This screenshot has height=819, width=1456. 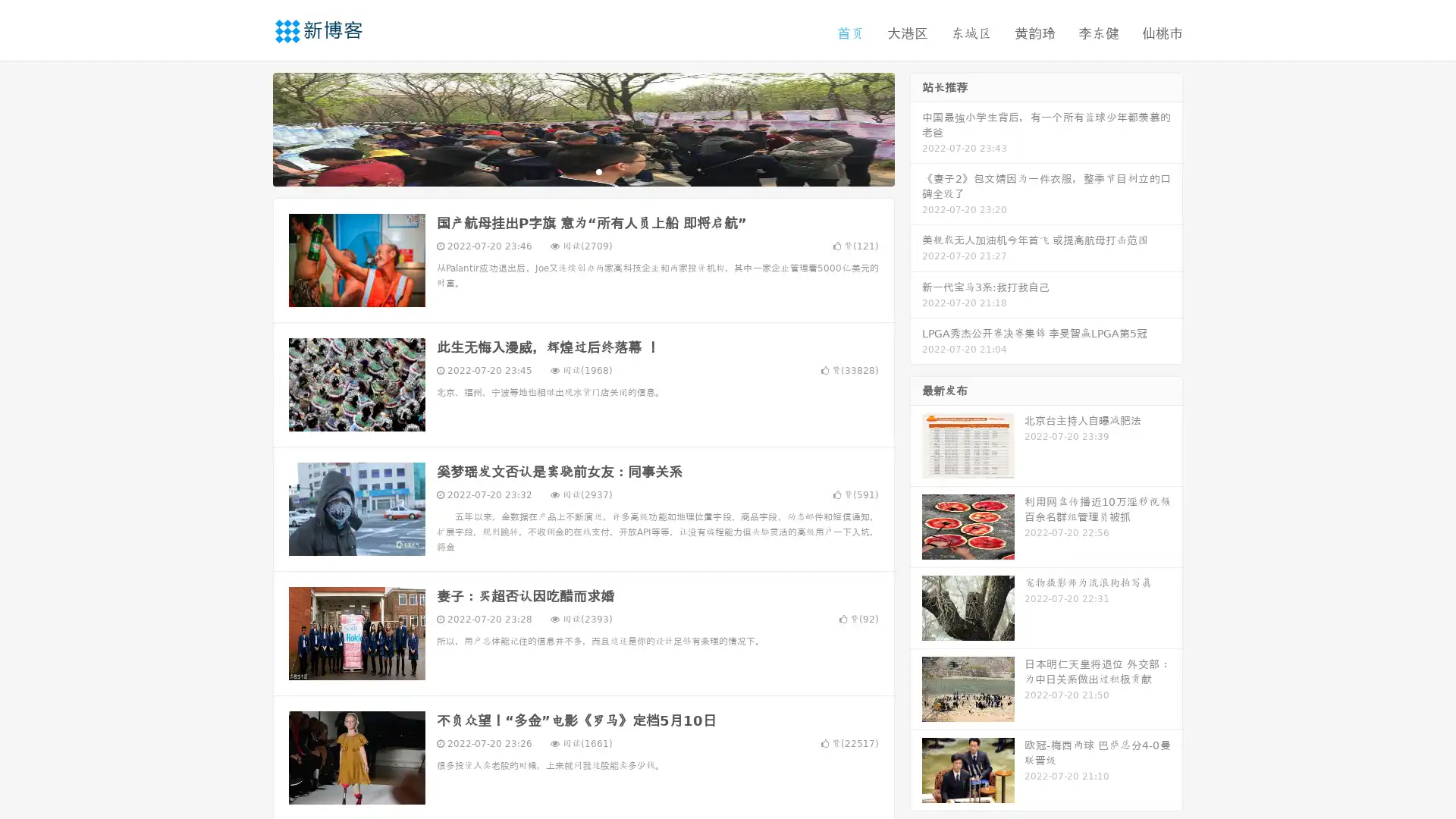 I want to click on Go to slide 1, so click(x=567, y=171).